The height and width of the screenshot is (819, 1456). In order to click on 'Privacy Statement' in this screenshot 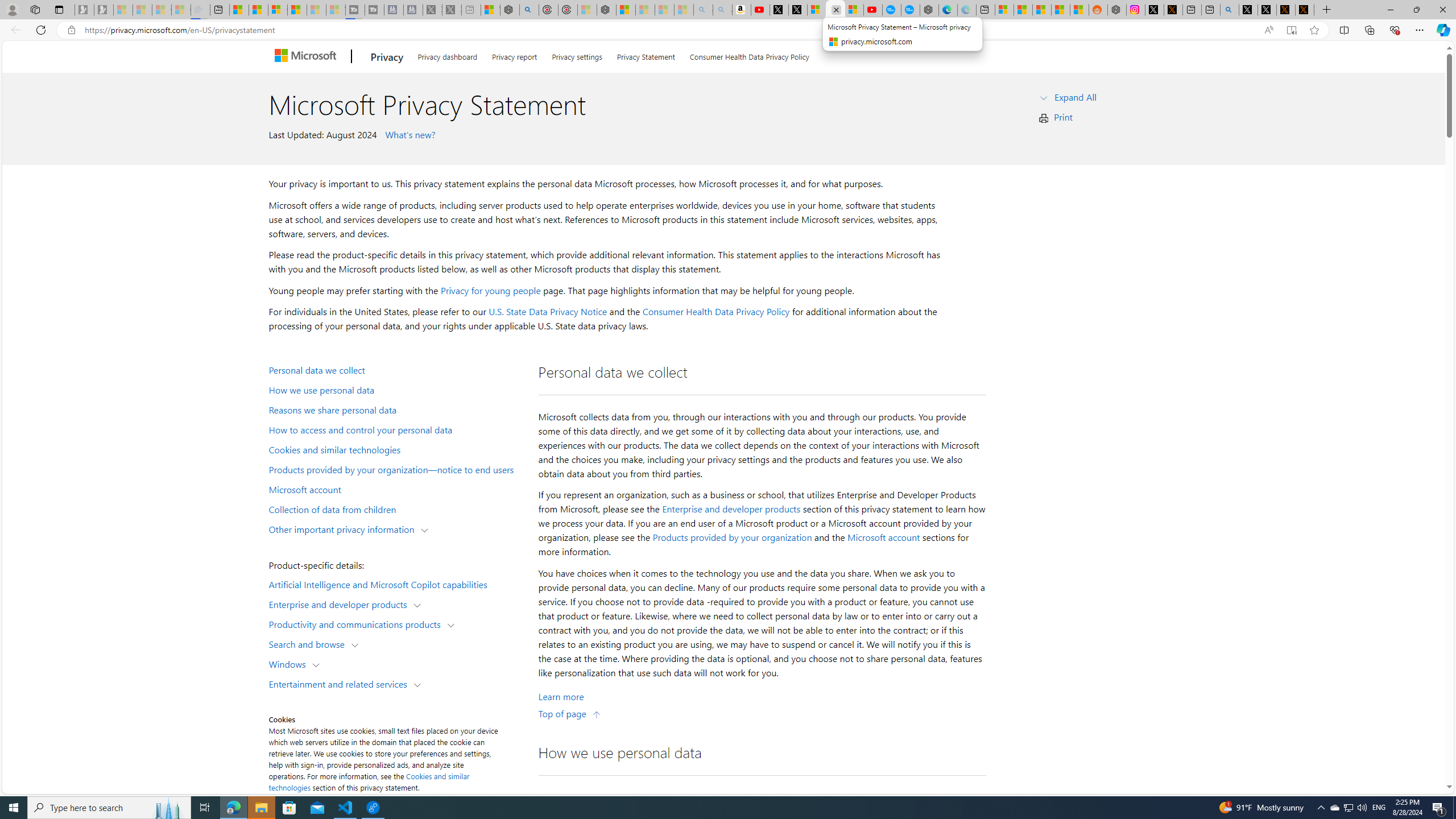, I will do `click(645, 54)`.